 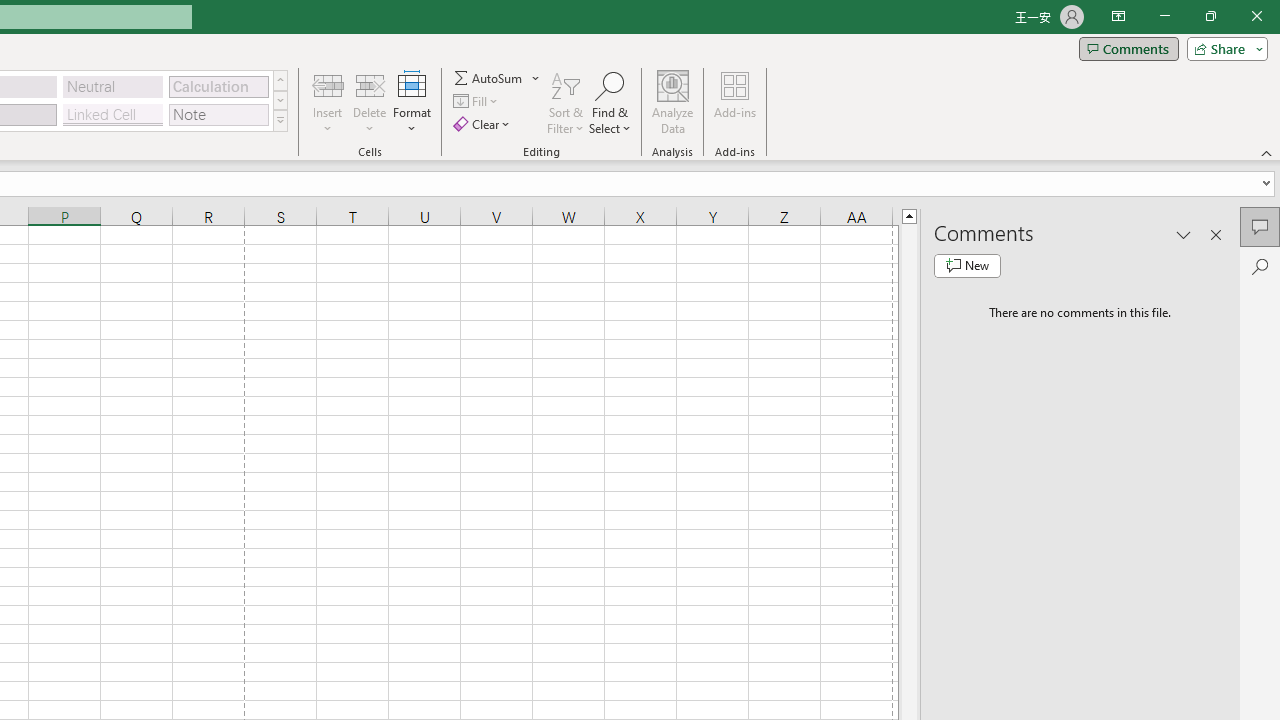 I want to click on 'Fill', so click(x=477, y=101).